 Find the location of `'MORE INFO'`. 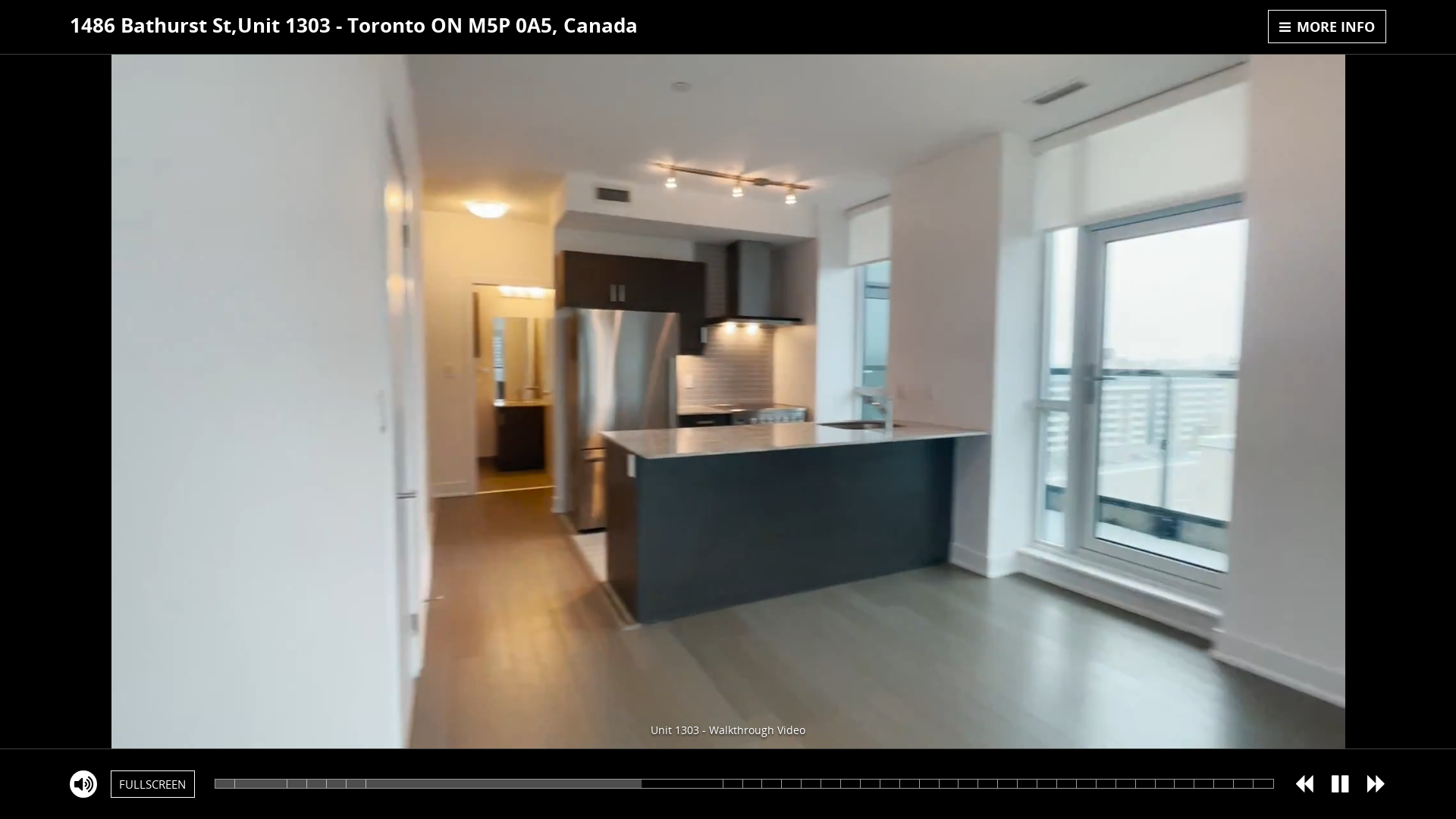

'MORE INFO' is located at coordinates (1326, 26).